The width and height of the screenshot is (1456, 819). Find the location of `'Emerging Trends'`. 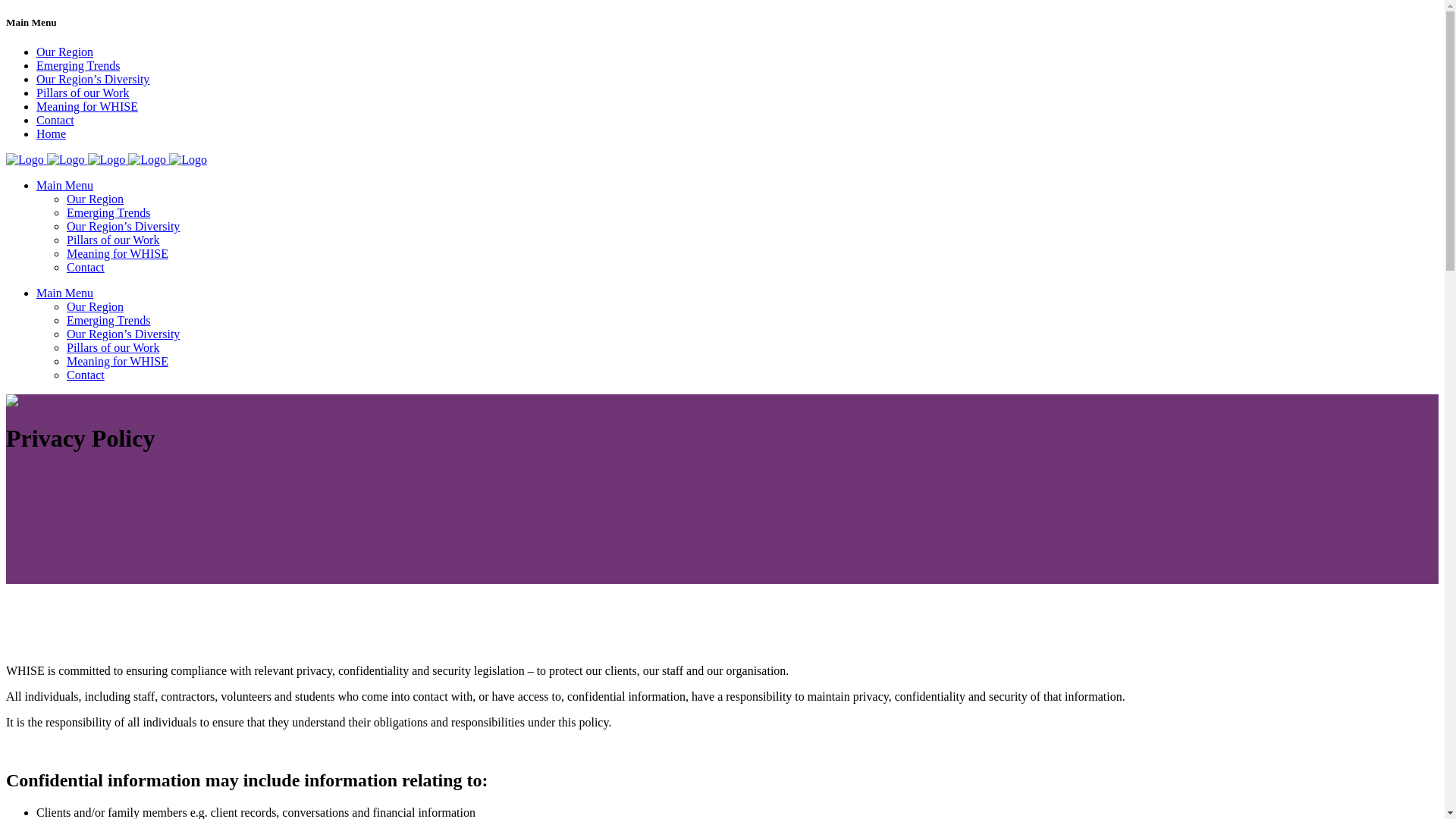

'Emerging Trends' is located at coordinates (77, 64).